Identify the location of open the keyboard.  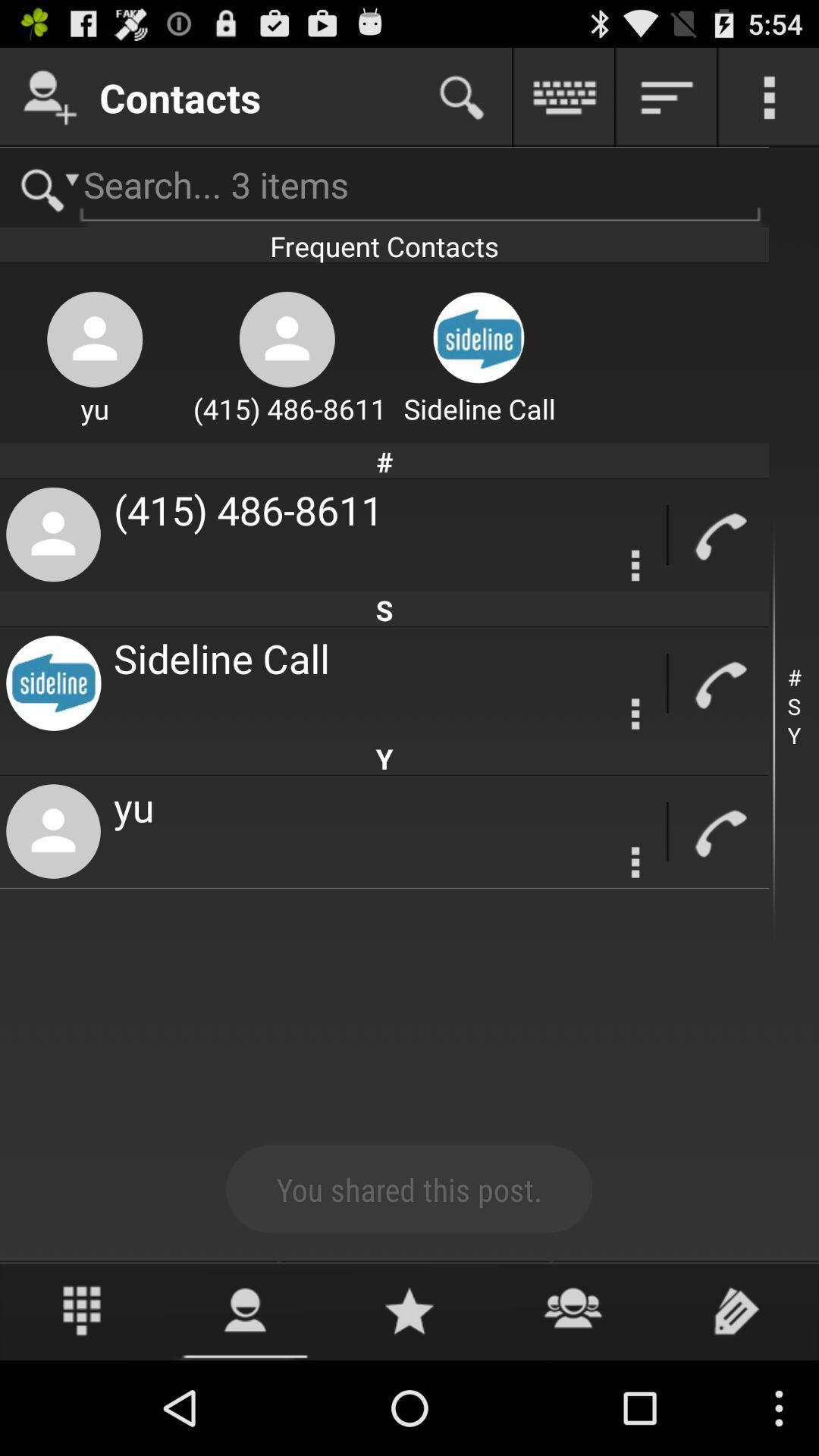
(564, 96).